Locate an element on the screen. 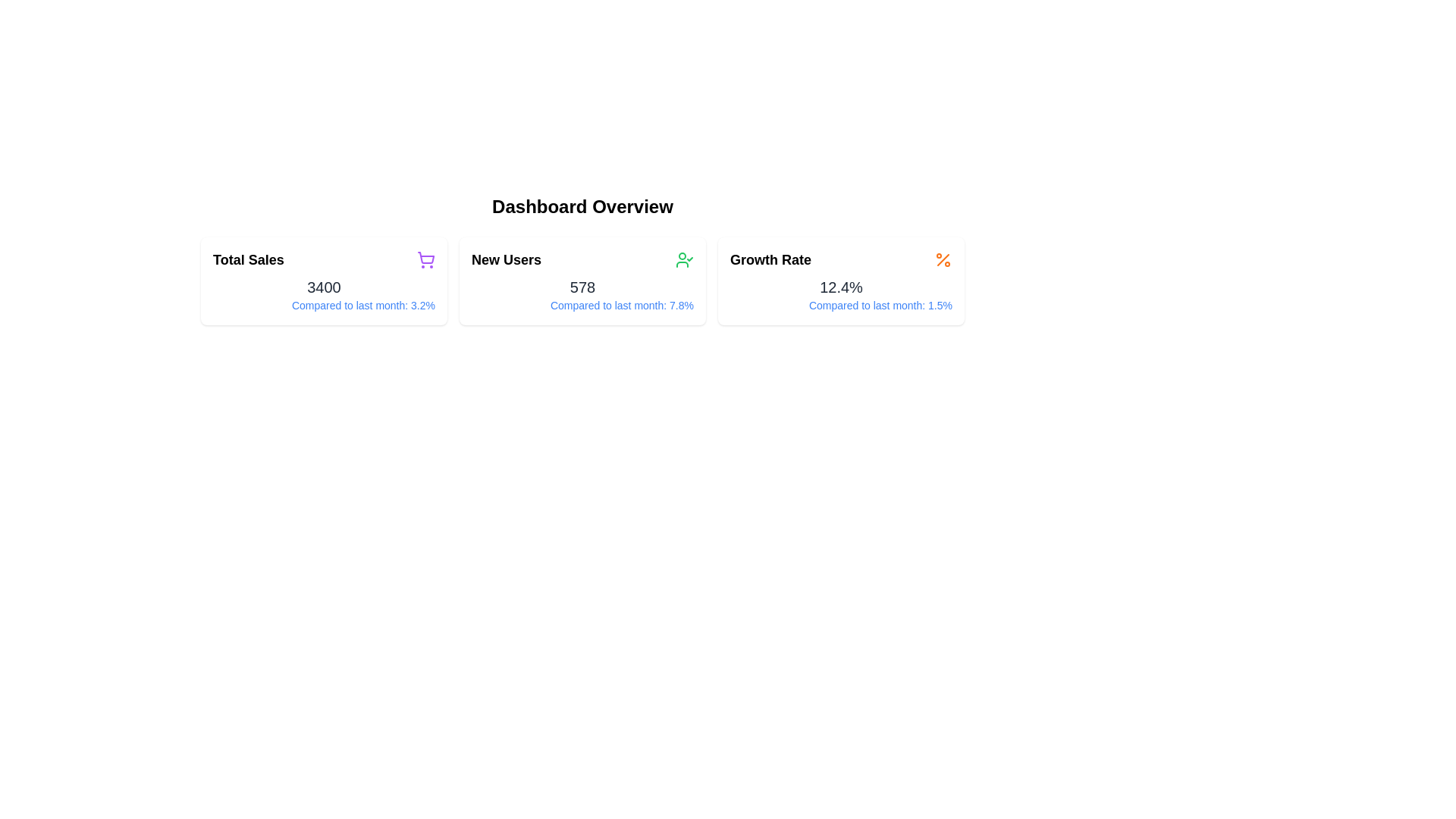 The image size is (1456, 819). the static text element displaying the number '3400', which is prominently positioned below the title 'Total Sales' in a large, bold, dark gray font is located at coordinates (323, 287).